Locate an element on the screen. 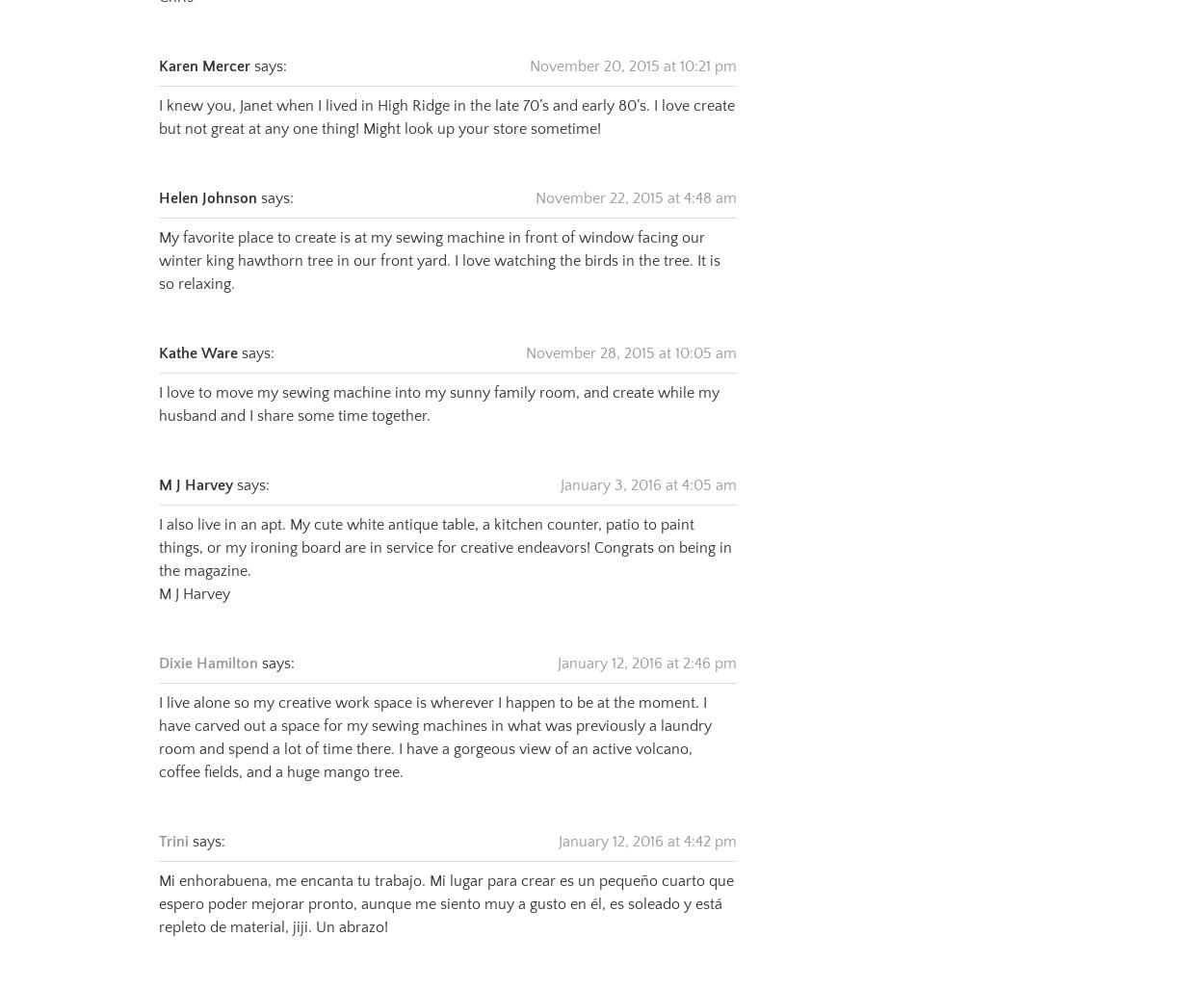 The height and width of the screenshot is (989, 1204). 'January 12, 2016 at 2:46 pm' is located at coordinates (647, 638).